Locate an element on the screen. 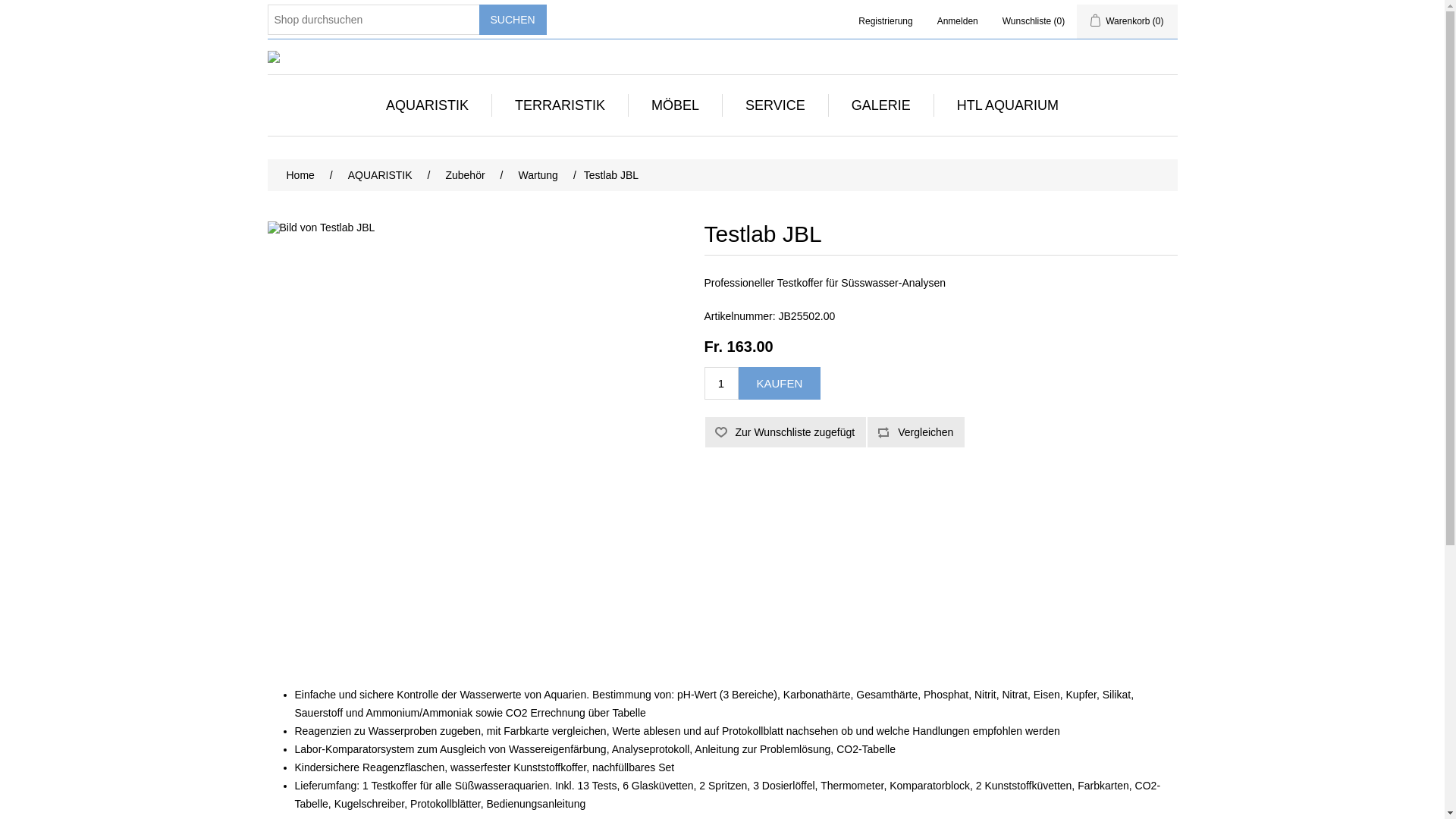 This screenshot has height=819, width=1456. 'HTL AQUARIUM' is located at coordinates (1008, 104).